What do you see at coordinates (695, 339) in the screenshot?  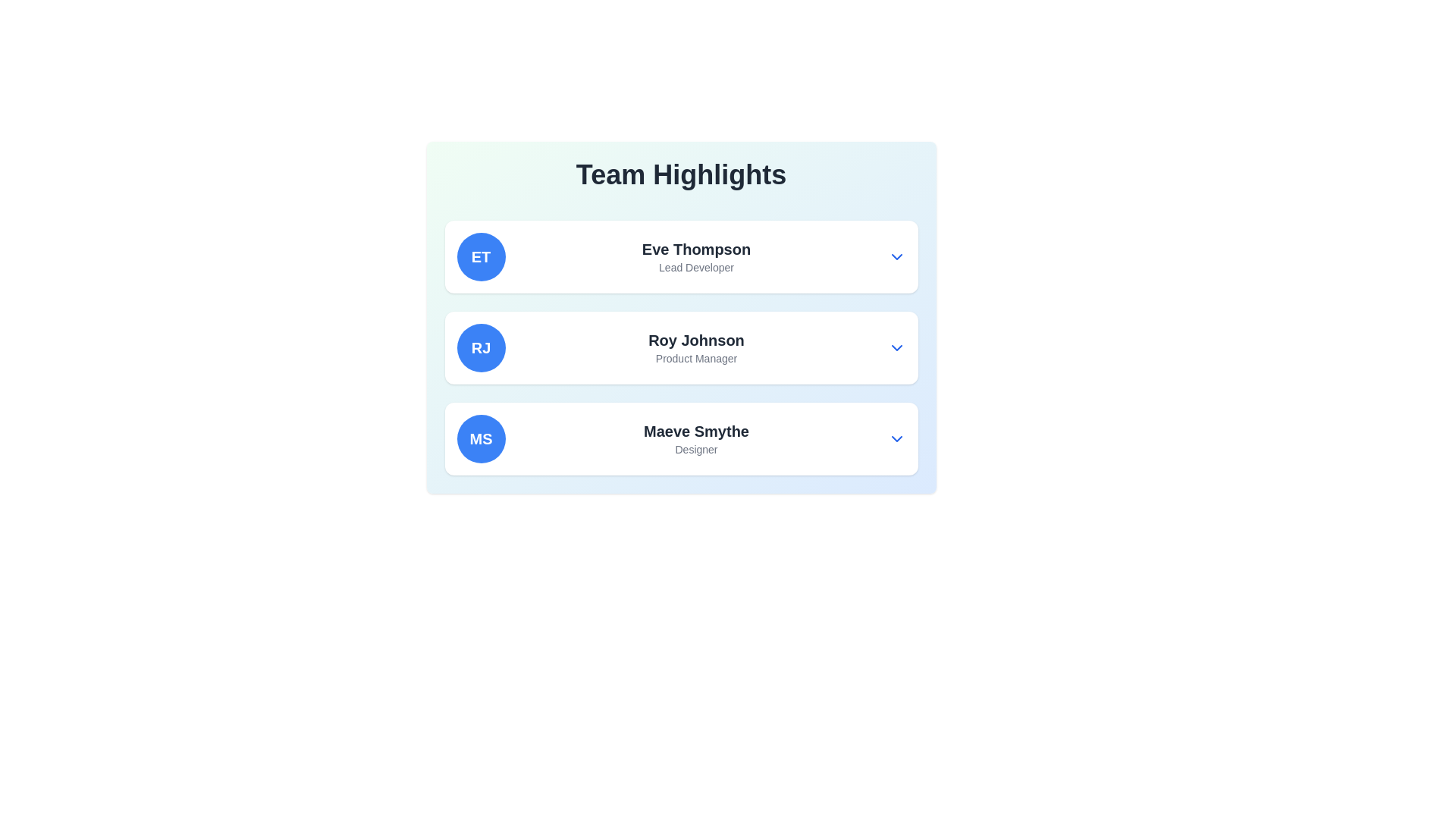 I see `the text label representing the full name of a team member, which is positioned above the 'Product Manager' text in the 'Team Highlights' list` at bounding box center [695, 339].